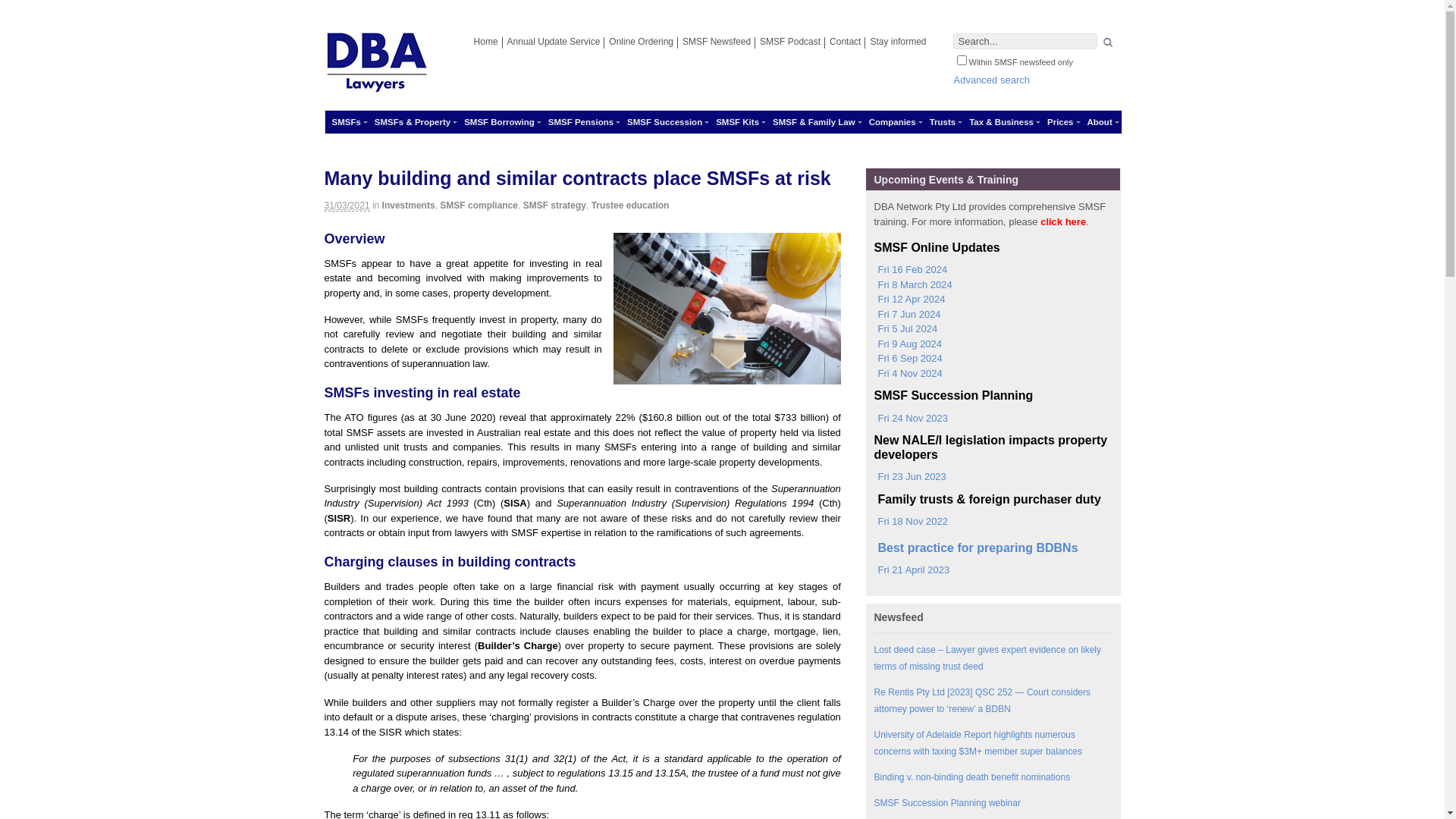 The height and width of the screenshot is (819, 1456). I want to click on 'Fri 9 Aug 2024', so click(874, 344).